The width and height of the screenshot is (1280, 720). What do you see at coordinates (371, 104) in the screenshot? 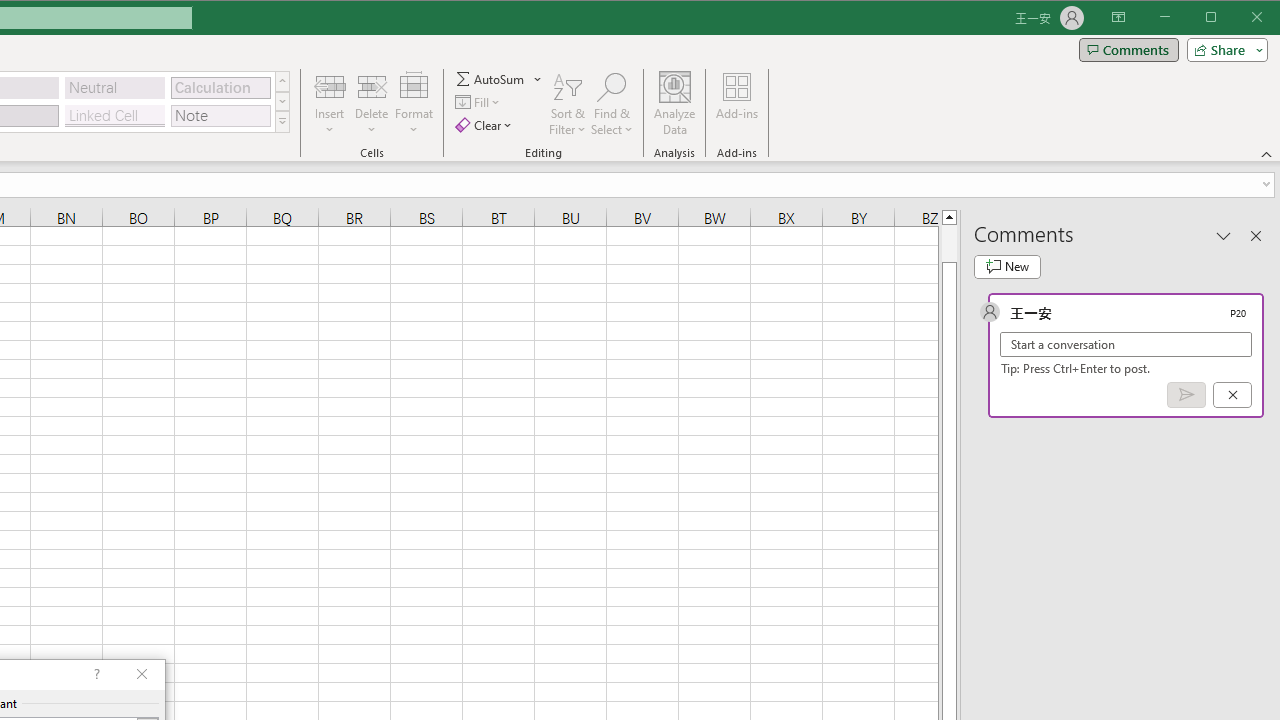
I see `'Delete'` at bounding box center [371, 104].